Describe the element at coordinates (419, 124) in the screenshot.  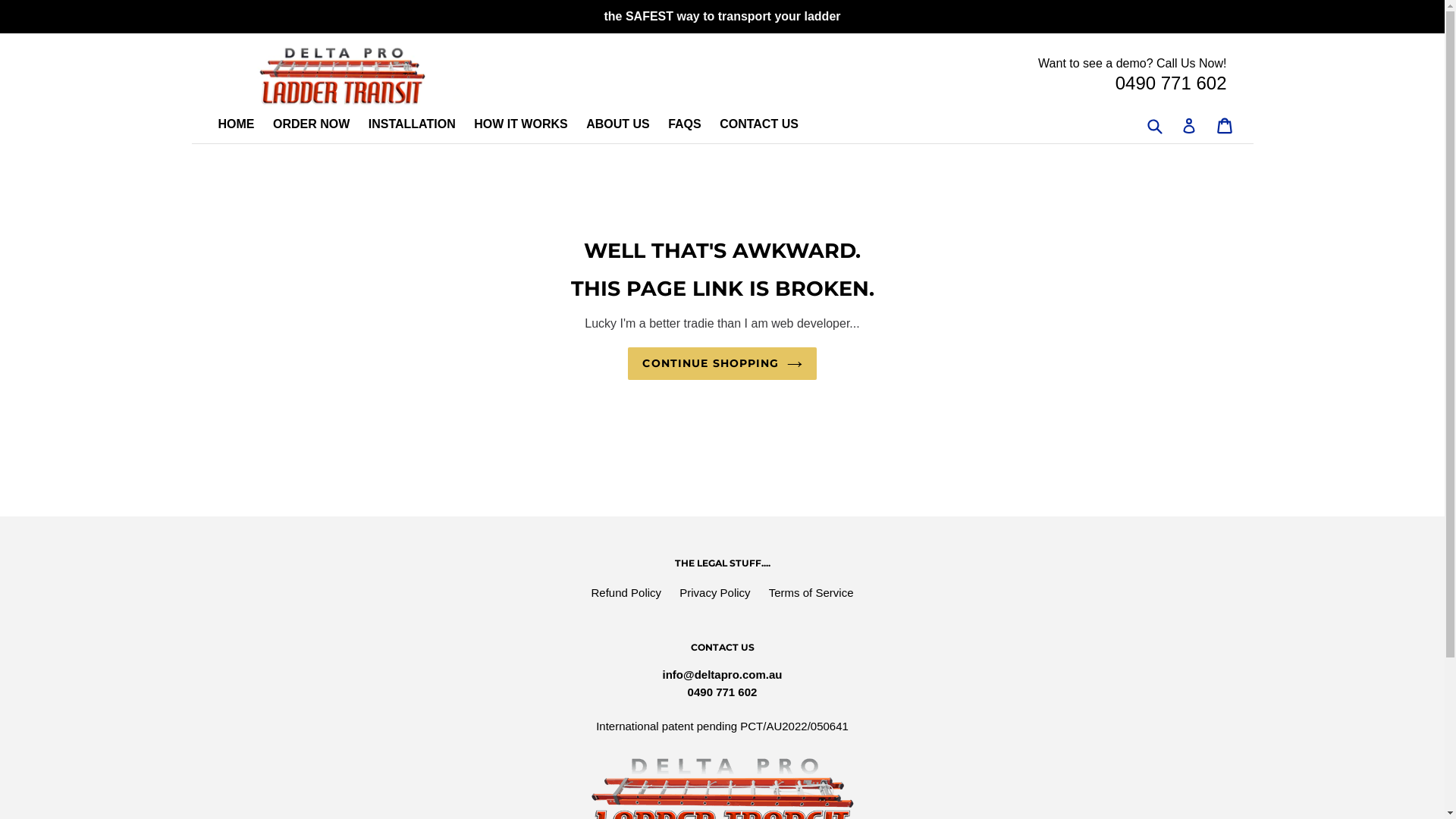
I see `'INSTALLATION'` at that location.